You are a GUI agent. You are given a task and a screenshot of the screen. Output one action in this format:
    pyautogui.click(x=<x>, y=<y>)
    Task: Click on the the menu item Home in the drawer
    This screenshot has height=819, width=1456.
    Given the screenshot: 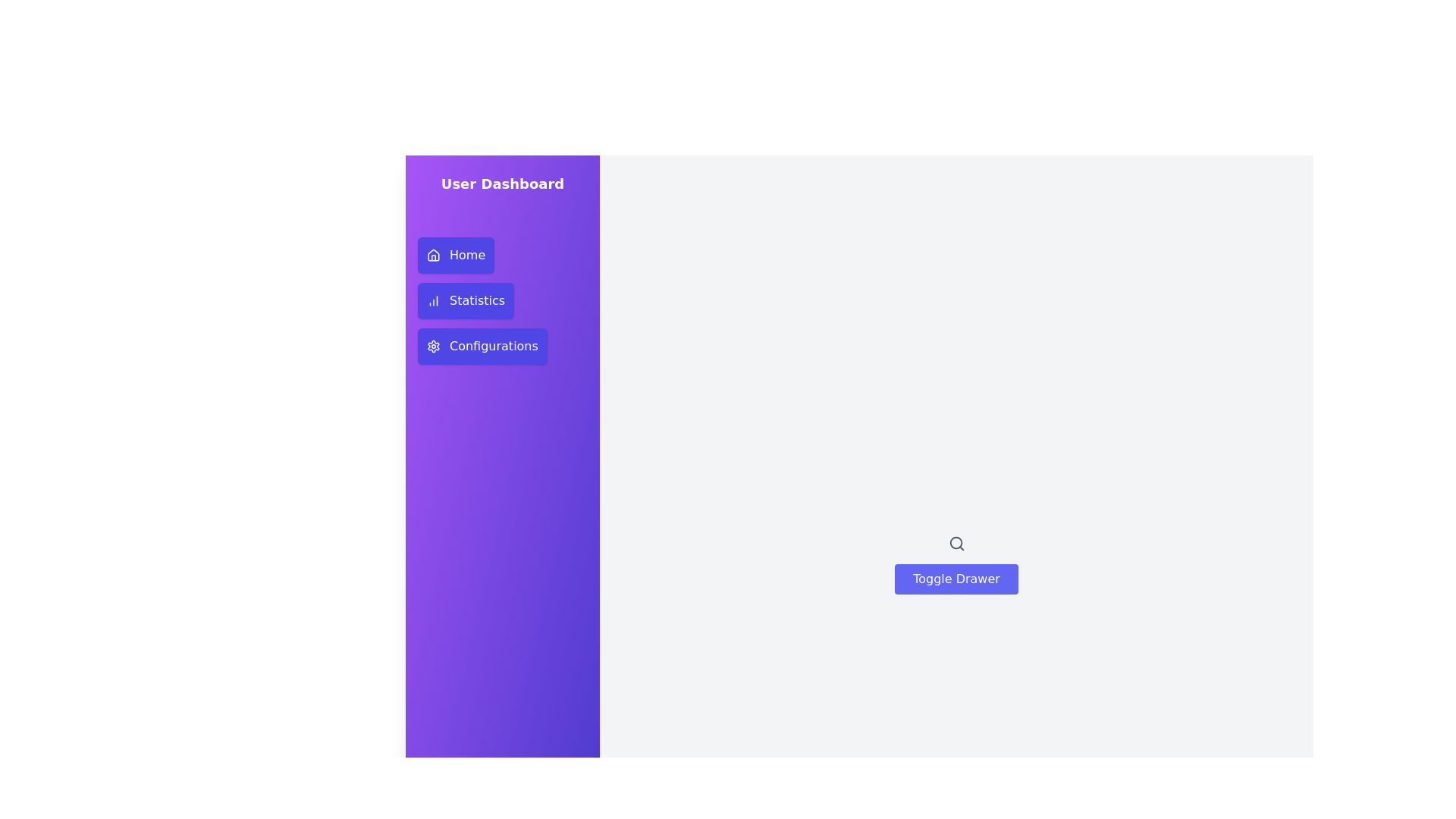 What is the action you would take?
    pyautogui.click(x=455, y=254)
    